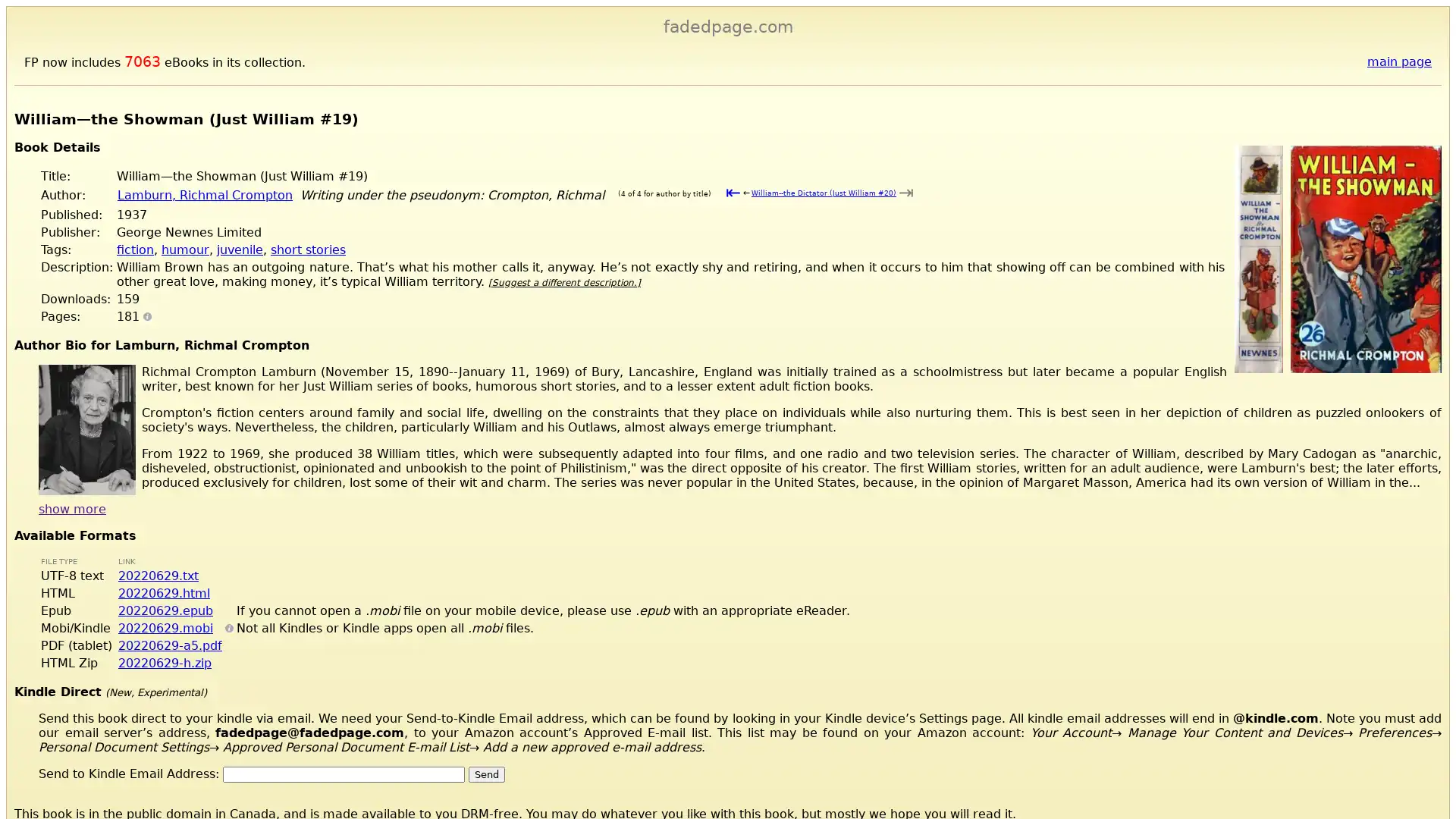 The image size is (1456, 819). What do you see at coordinates (487, 773) in the screenshot?
I see `Send` at bounding box center [487, 773].